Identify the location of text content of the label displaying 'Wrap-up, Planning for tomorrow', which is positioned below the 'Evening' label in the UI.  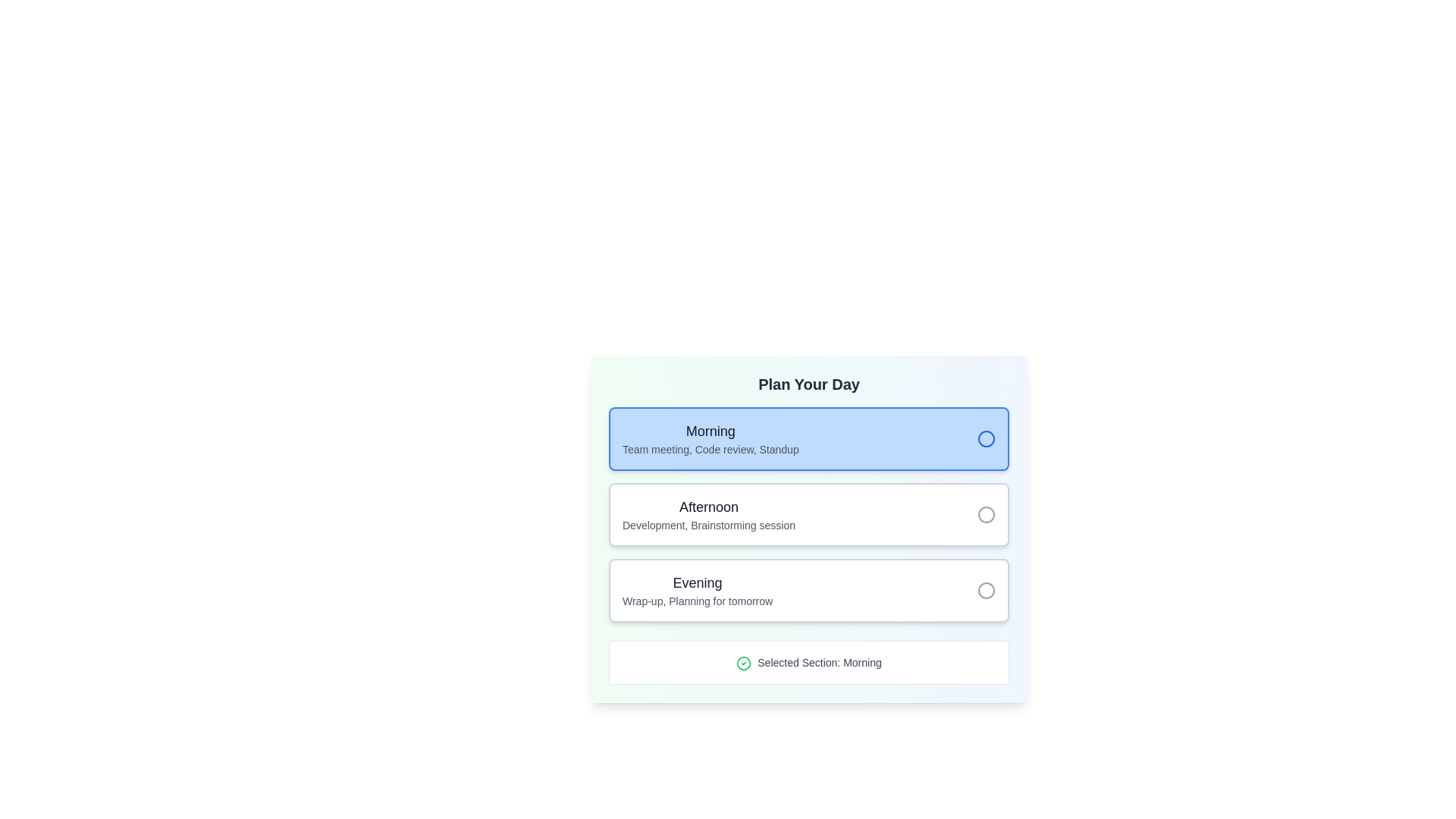
(697, 601).